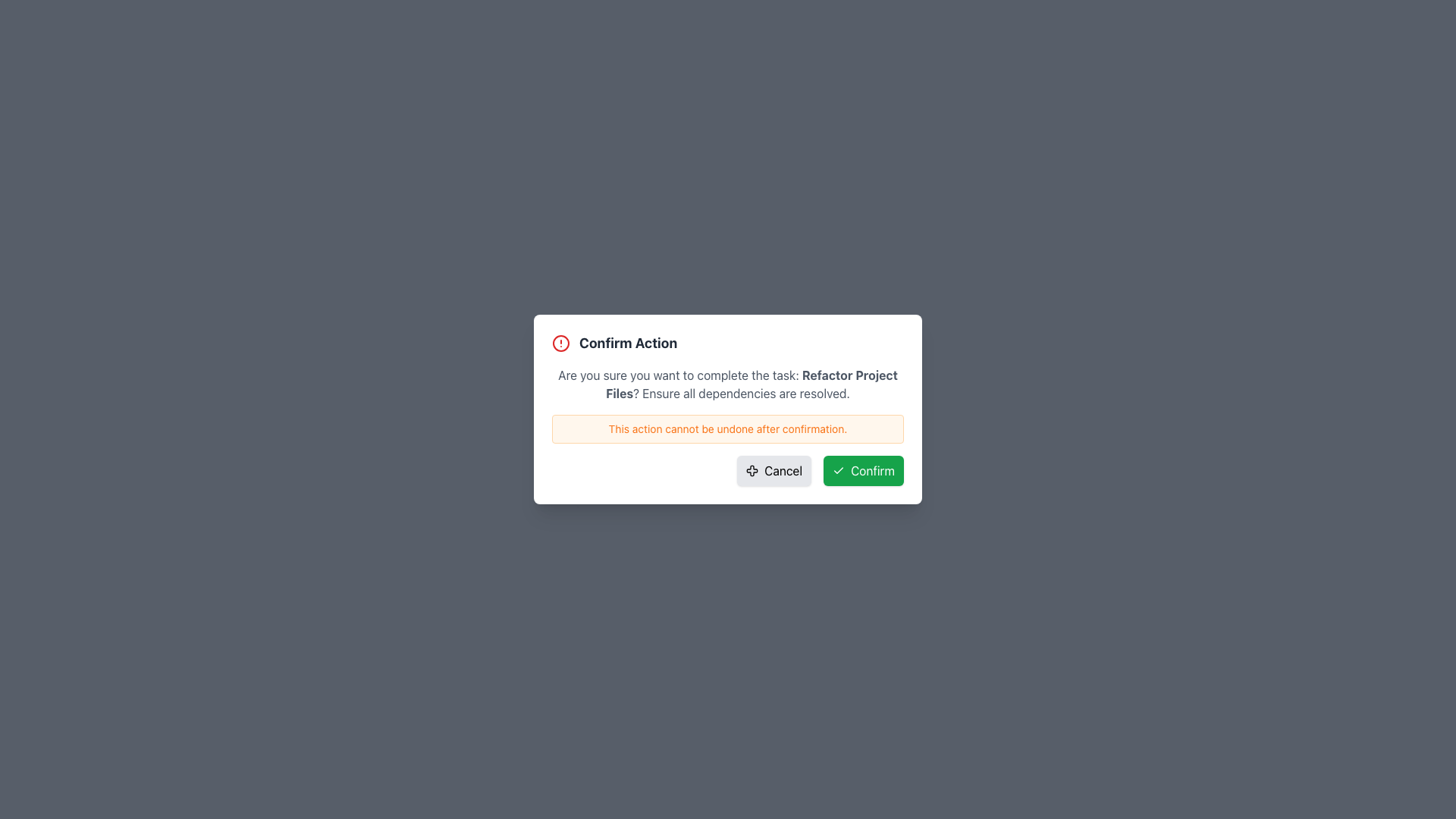 Image resolution: width=1456 pixels, height=819 pixels. What do you see at coordinates (628, 343) in the screenshot?
I see `the title text element of the confirmation dialog, which is located near the top-left section and aligned to the right of a red circular alert icon` at bounding box center [628, 343].